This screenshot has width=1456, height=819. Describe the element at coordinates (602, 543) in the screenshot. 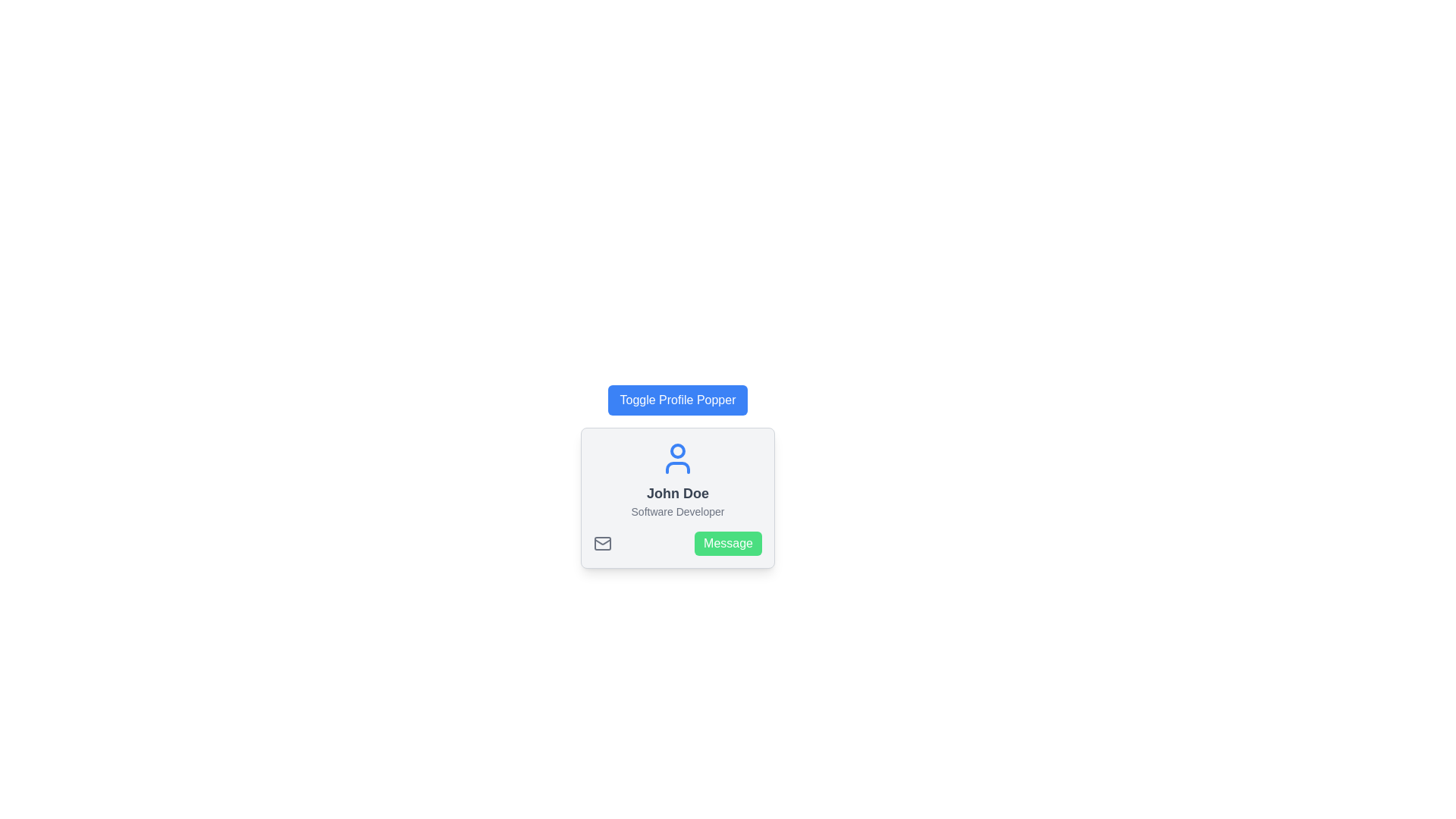

I see `the message indicator icon located at the bottom-left corner of the user profile card, adjacent to the 'Message' button` at that location.